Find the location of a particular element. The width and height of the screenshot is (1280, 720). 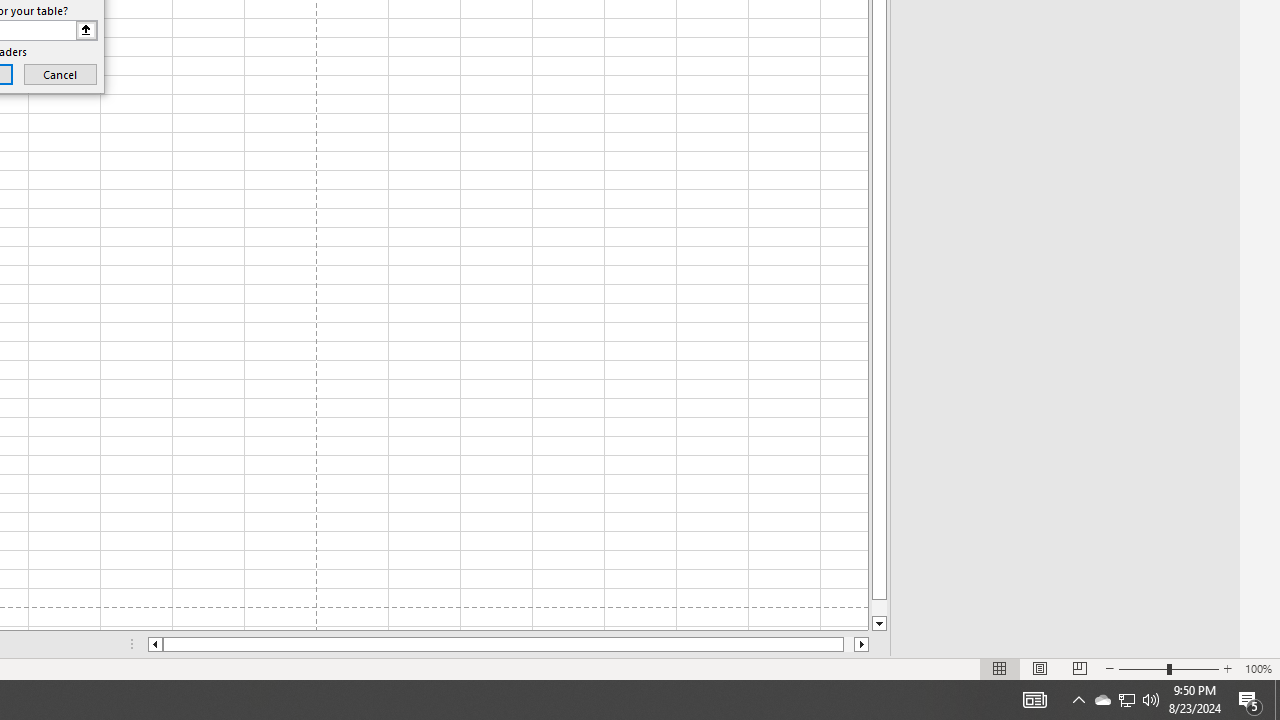

'Zoom In' is located at coordinates (1226, 669).